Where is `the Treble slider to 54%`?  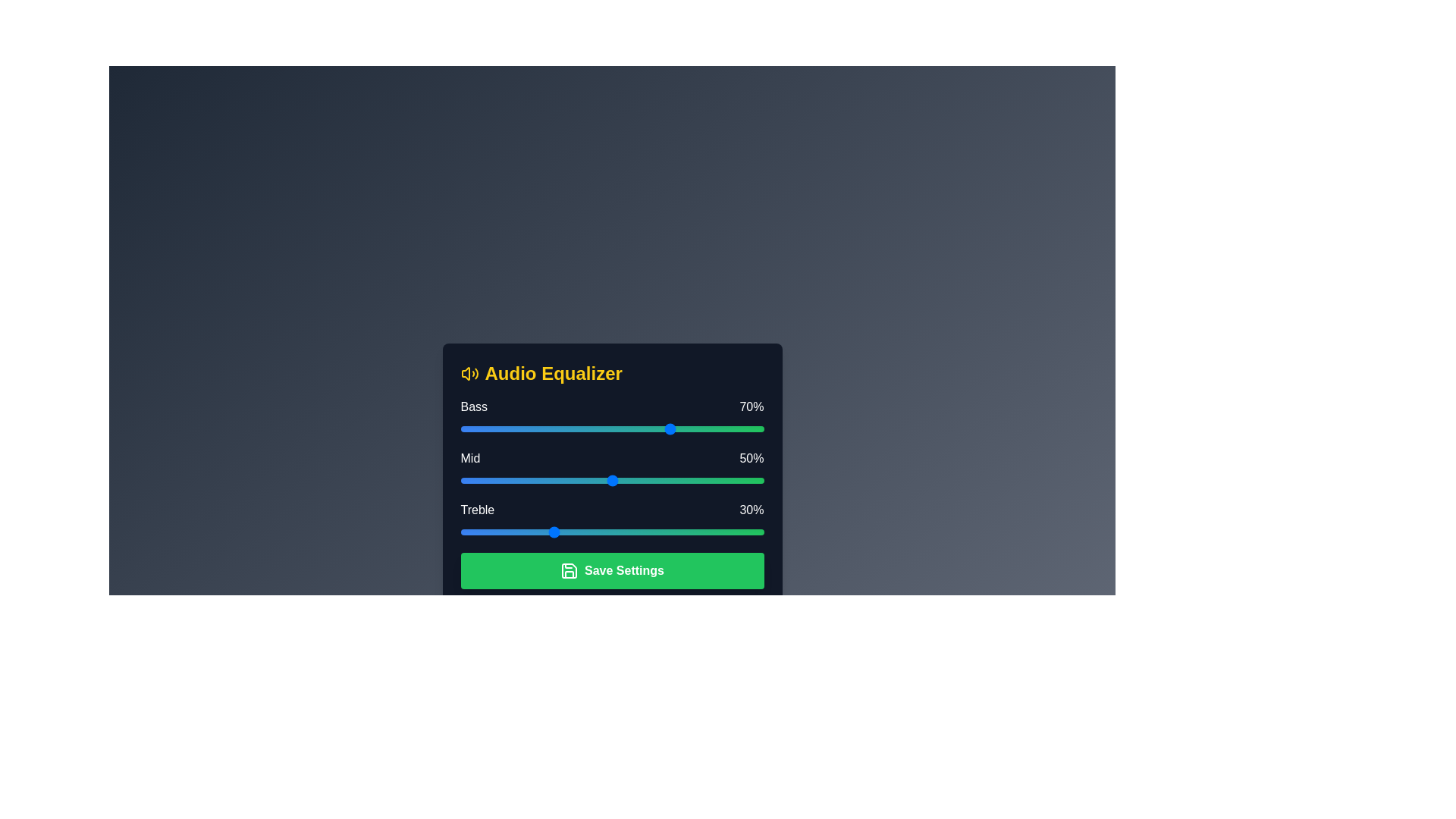
the Treble slider to 54% is located at coordinates (624, 532).